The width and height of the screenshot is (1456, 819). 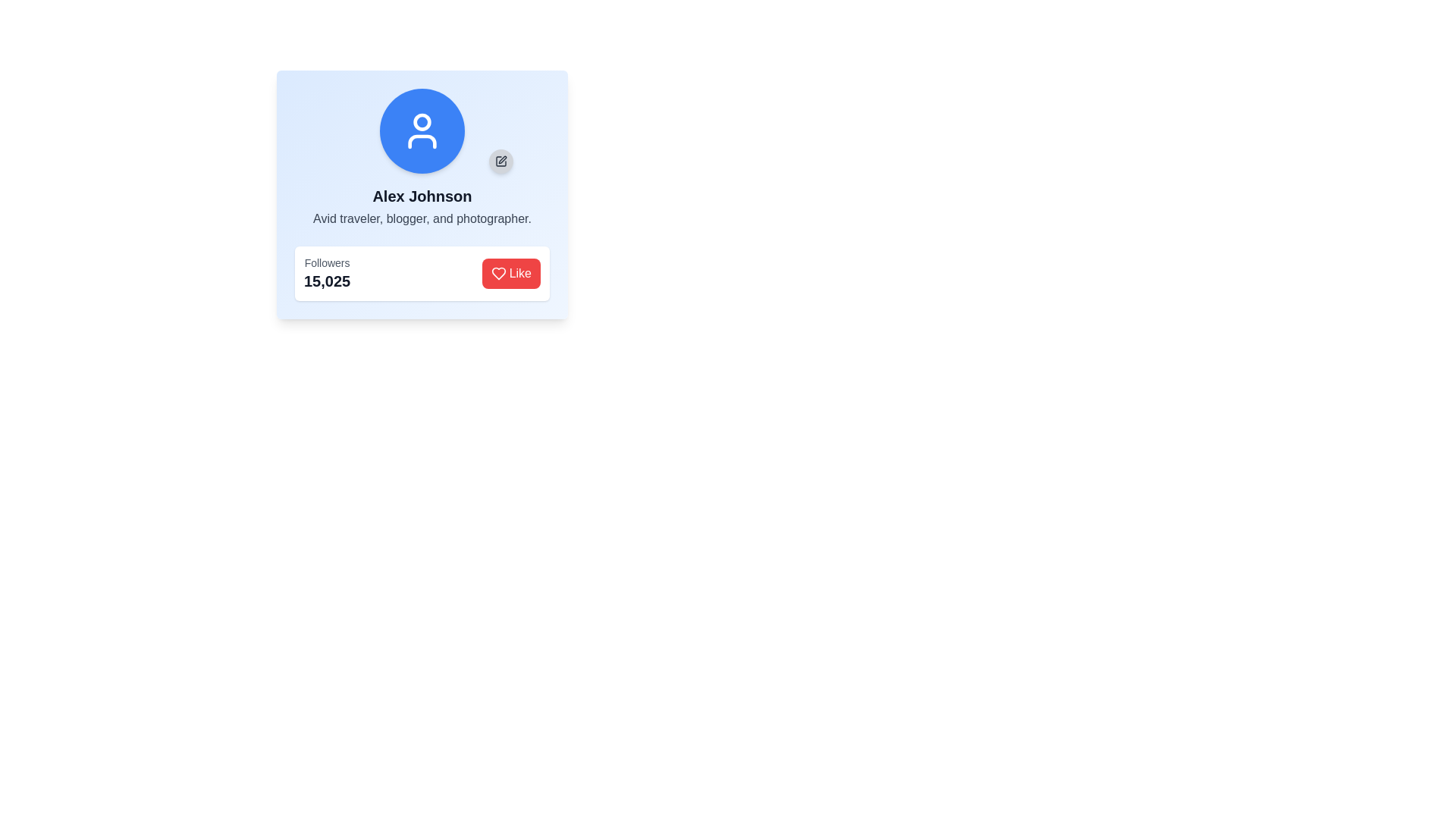 What do you see at coordinates (422, 207) in the screenshot?
I see `the text component that introduces Alex Johnson, located below the circular user icon and above follower statistics and a like button` at bounding box center [422, 207].